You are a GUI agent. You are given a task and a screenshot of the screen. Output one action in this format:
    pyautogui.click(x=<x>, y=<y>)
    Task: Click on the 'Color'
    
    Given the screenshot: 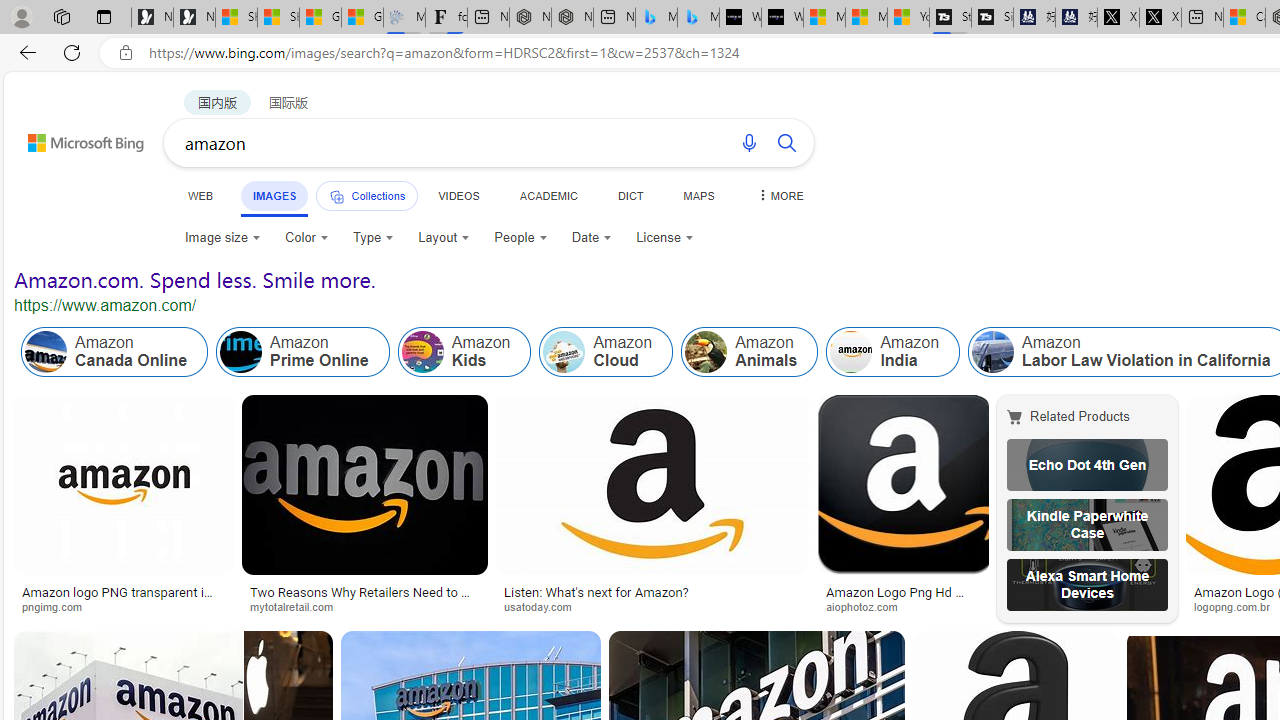 What is the action you would take?
    pyautogui.click(x=304, y=236)
    